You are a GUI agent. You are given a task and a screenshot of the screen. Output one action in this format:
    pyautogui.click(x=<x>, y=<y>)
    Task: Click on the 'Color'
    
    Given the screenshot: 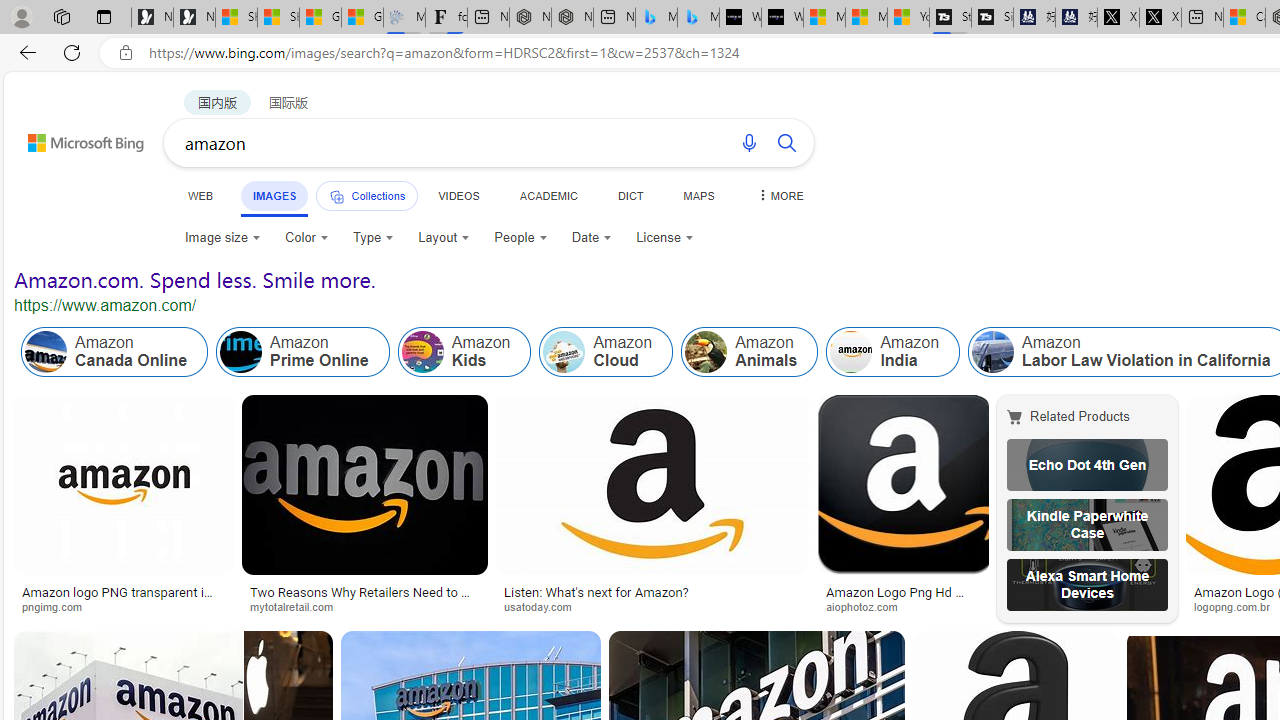 What is the action you would take?
    pyautogui.click(x=304, y=236)
    